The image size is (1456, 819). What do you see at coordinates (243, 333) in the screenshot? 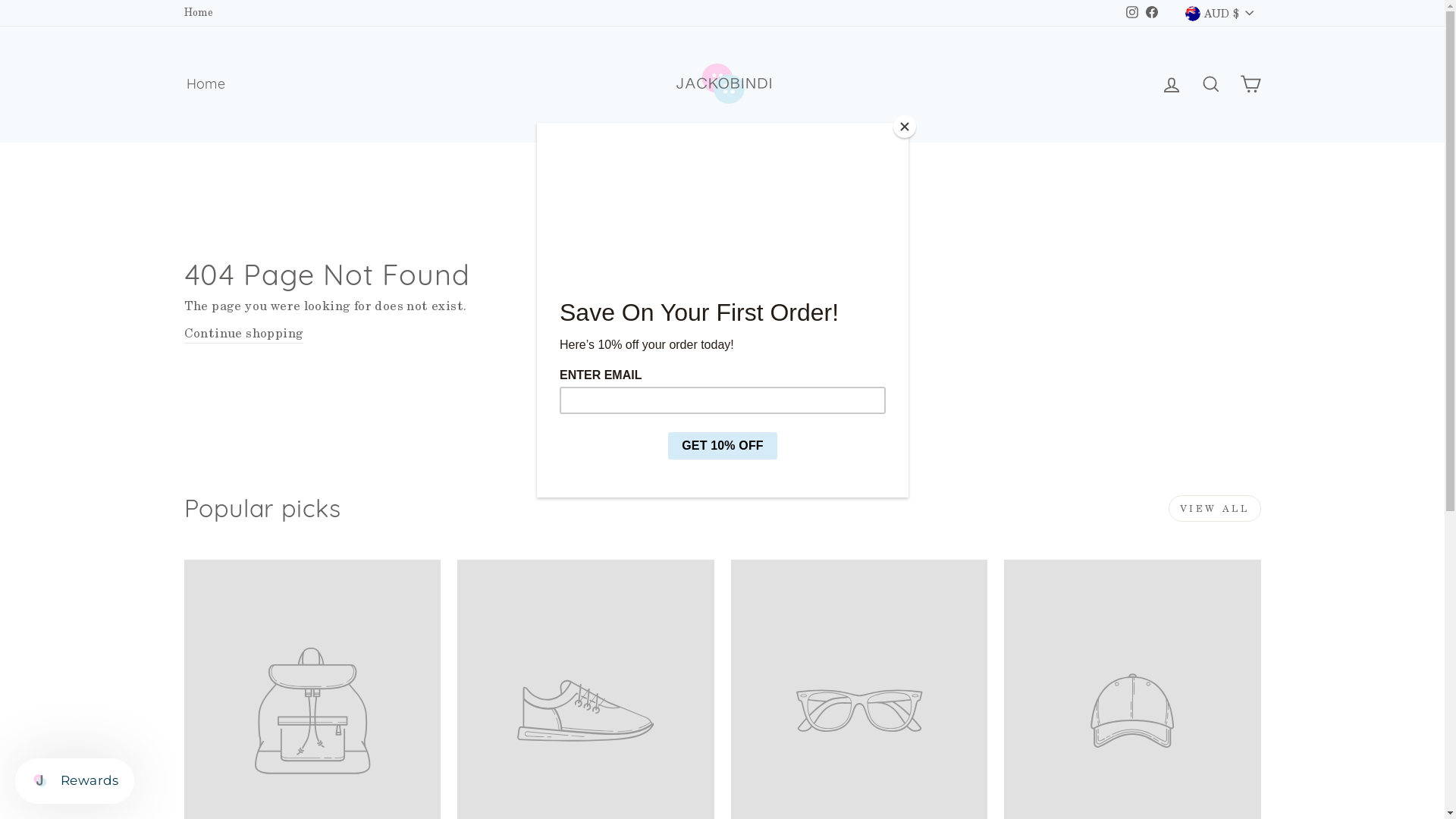
I see `'Continue shopping'` at bounding box center [243, 333].